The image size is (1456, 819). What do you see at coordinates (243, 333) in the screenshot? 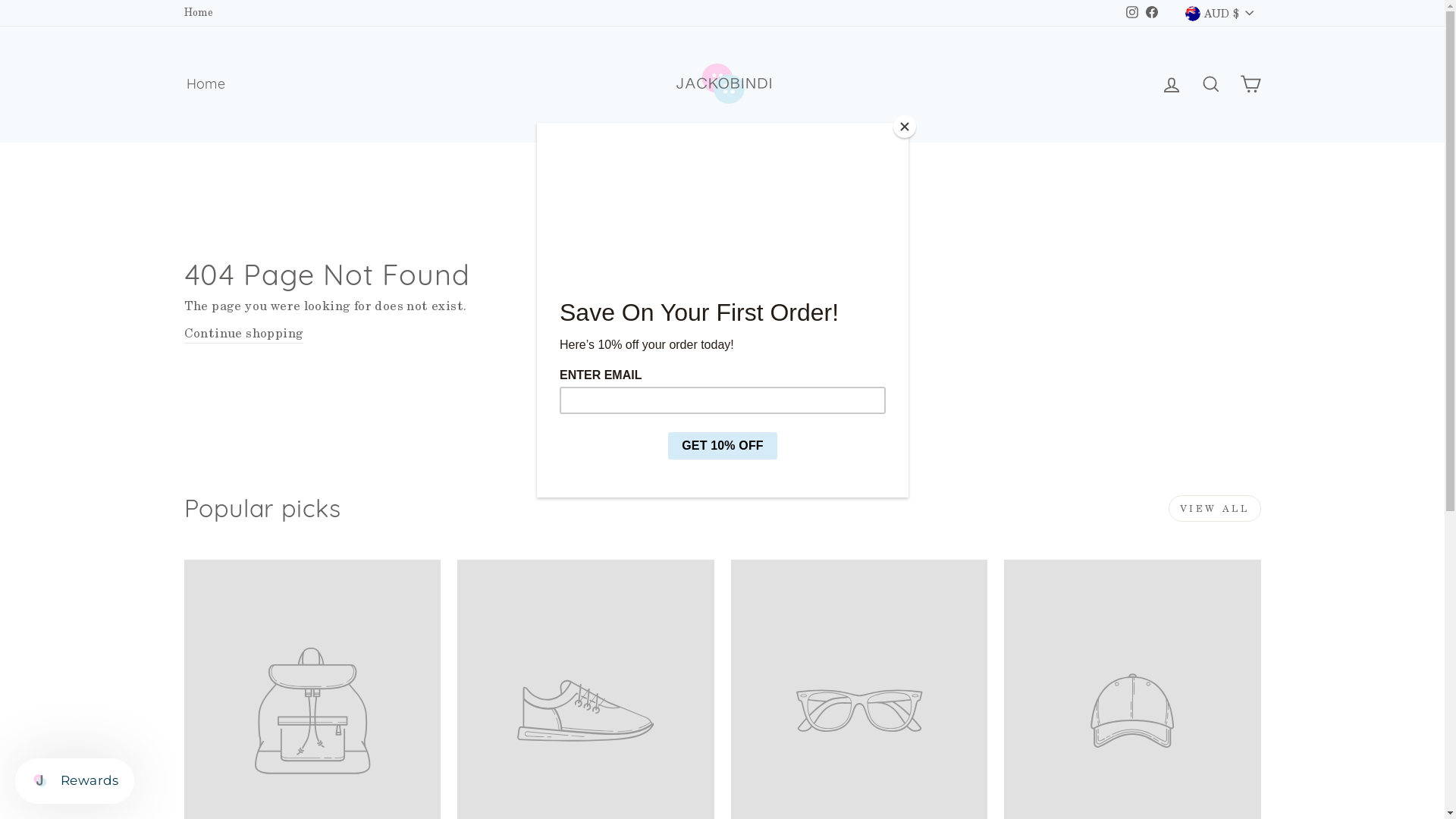
I see `'Continue shopping'` at bounding box center [243, 333].